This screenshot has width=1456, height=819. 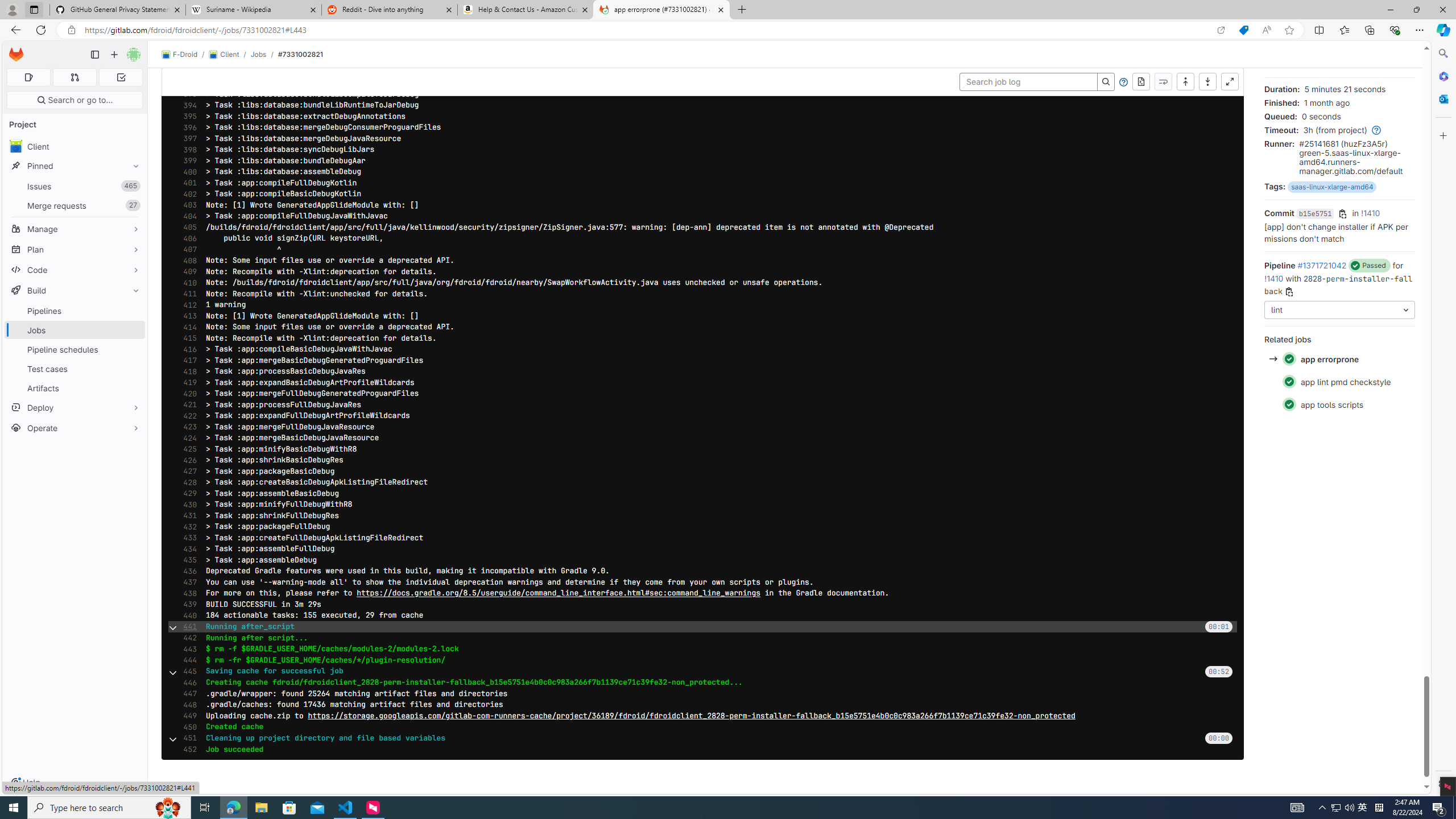 What do you see at coordinates (186, 560) in the screenshot?
I see `'435'` at bounding box center [186, 560].